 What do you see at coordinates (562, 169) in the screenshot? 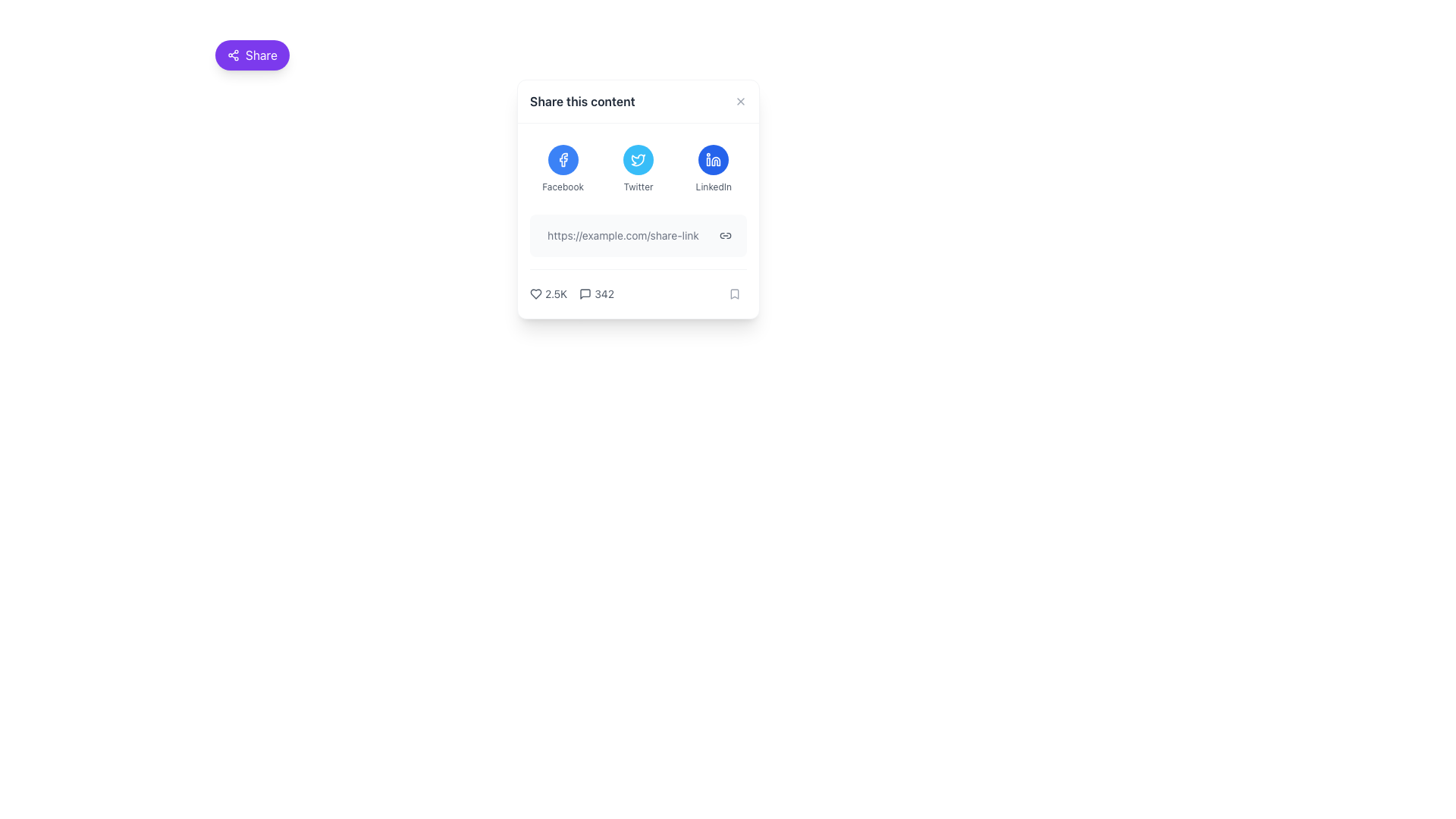
I see `the Facebook button with a white icon and gray label to navigate` at bounding box center [562, 169].